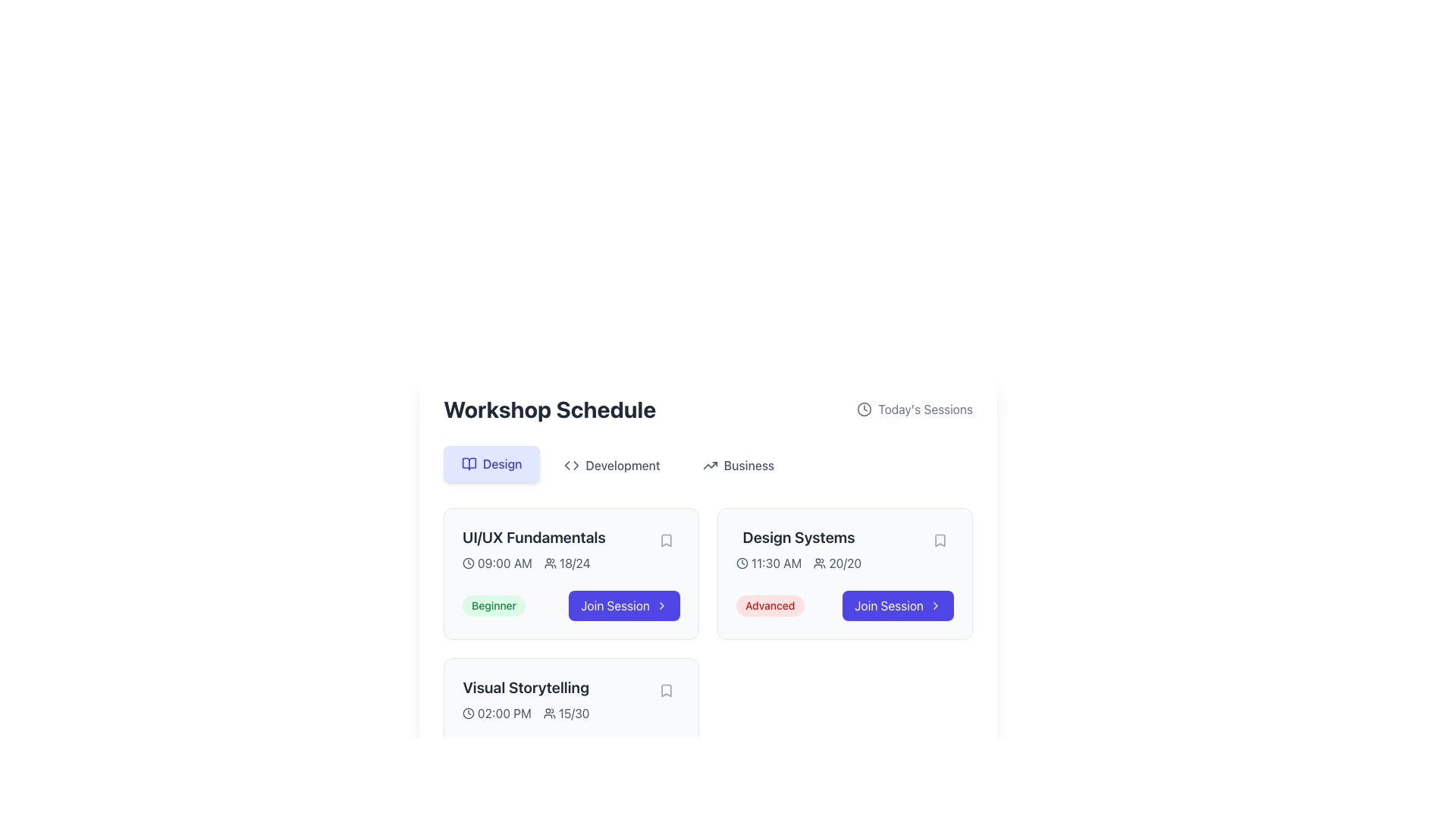 The image size is (1456, 819). Describe the element at coordinates (939, 540) in the screenshot. I see `the bookmark icon located in the top-right corner of the 'Design Systems' card to observe the visual effect` at that location.